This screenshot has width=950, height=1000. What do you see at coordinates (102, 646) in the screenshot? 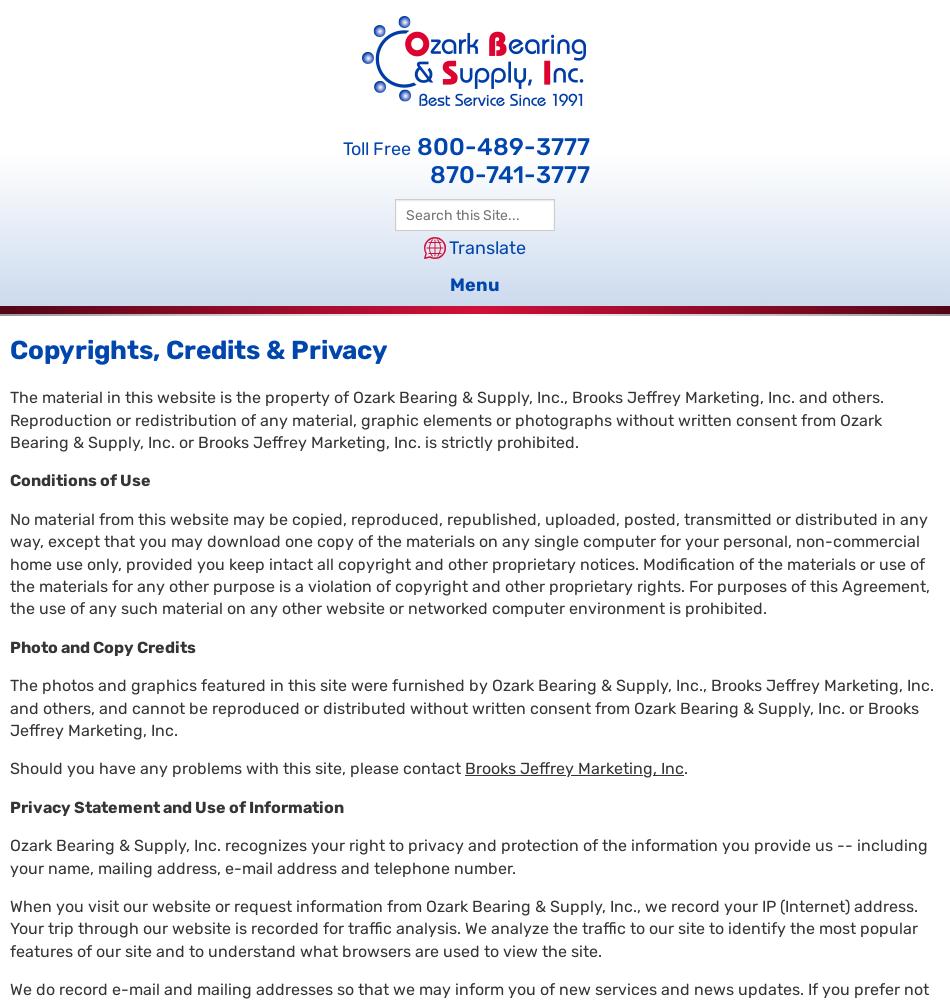
I see `'Photo and Copy Credits'` at bounding box center [102, 646].